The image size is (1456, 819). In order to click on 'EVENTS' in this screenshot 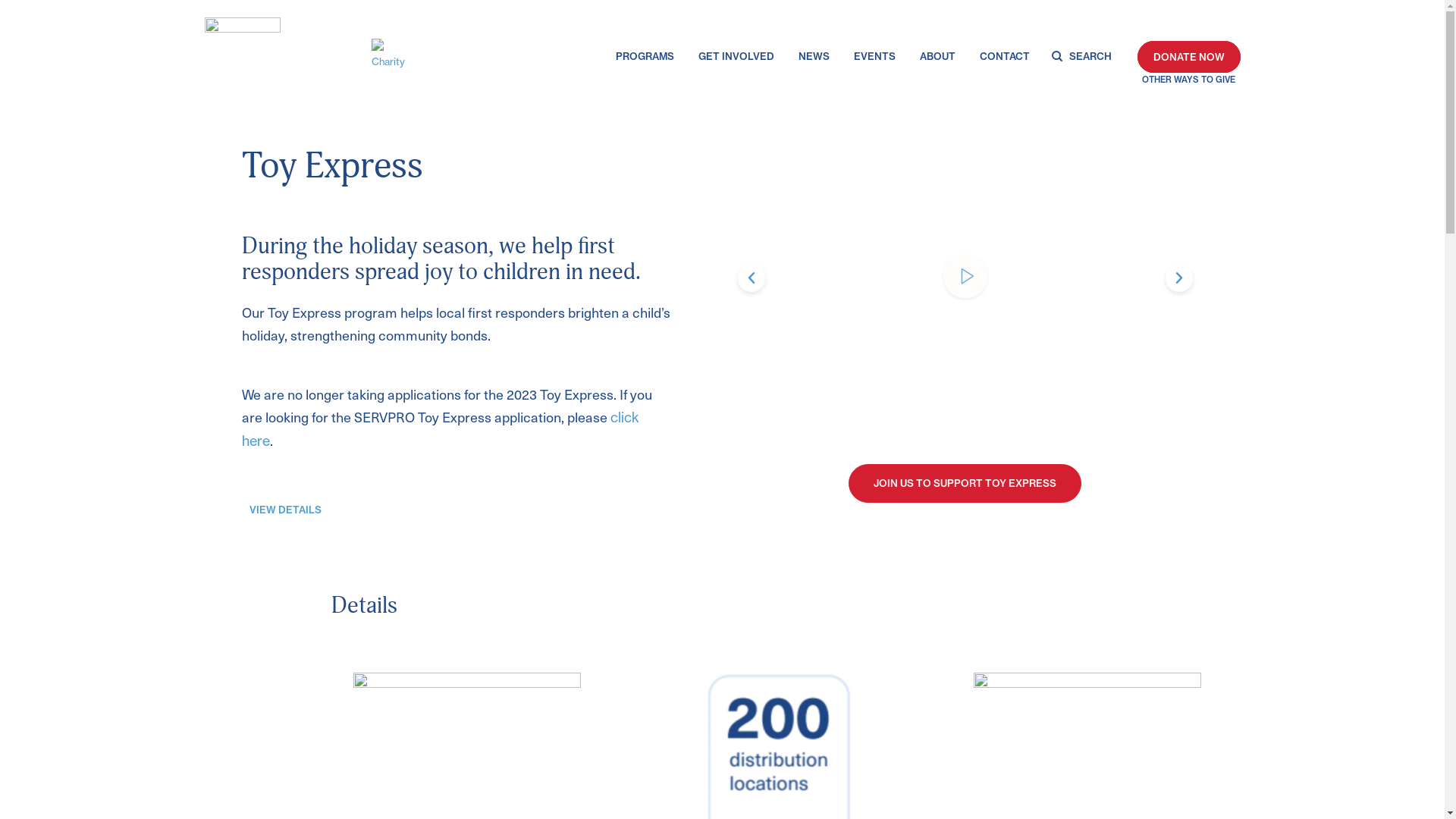, I will do `click(874, 58)`.